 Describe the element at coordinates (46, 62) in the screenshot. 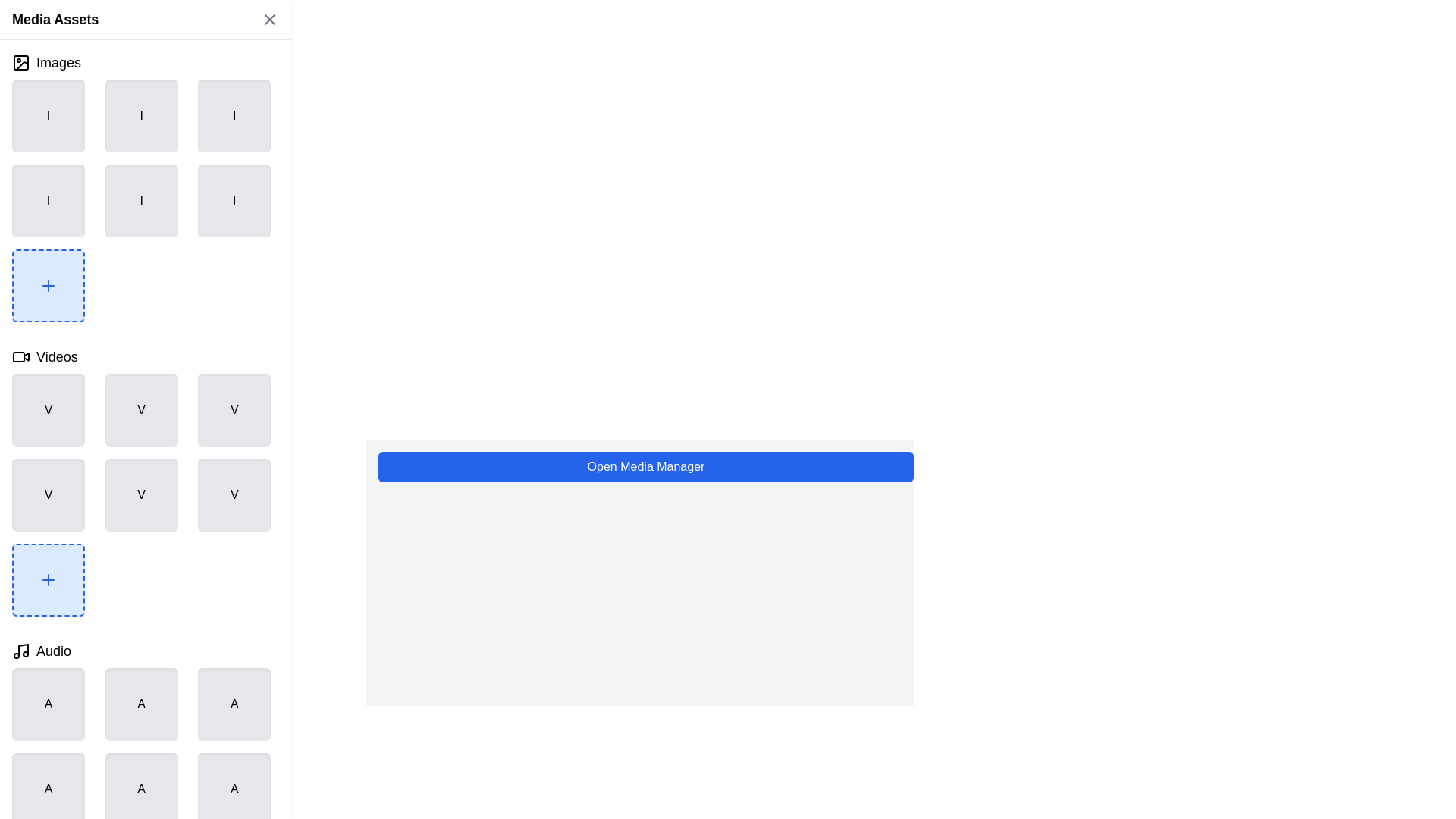

I see `the 'Images' navigation button located at the top-left of the 'Media Assets' panel` at that location.